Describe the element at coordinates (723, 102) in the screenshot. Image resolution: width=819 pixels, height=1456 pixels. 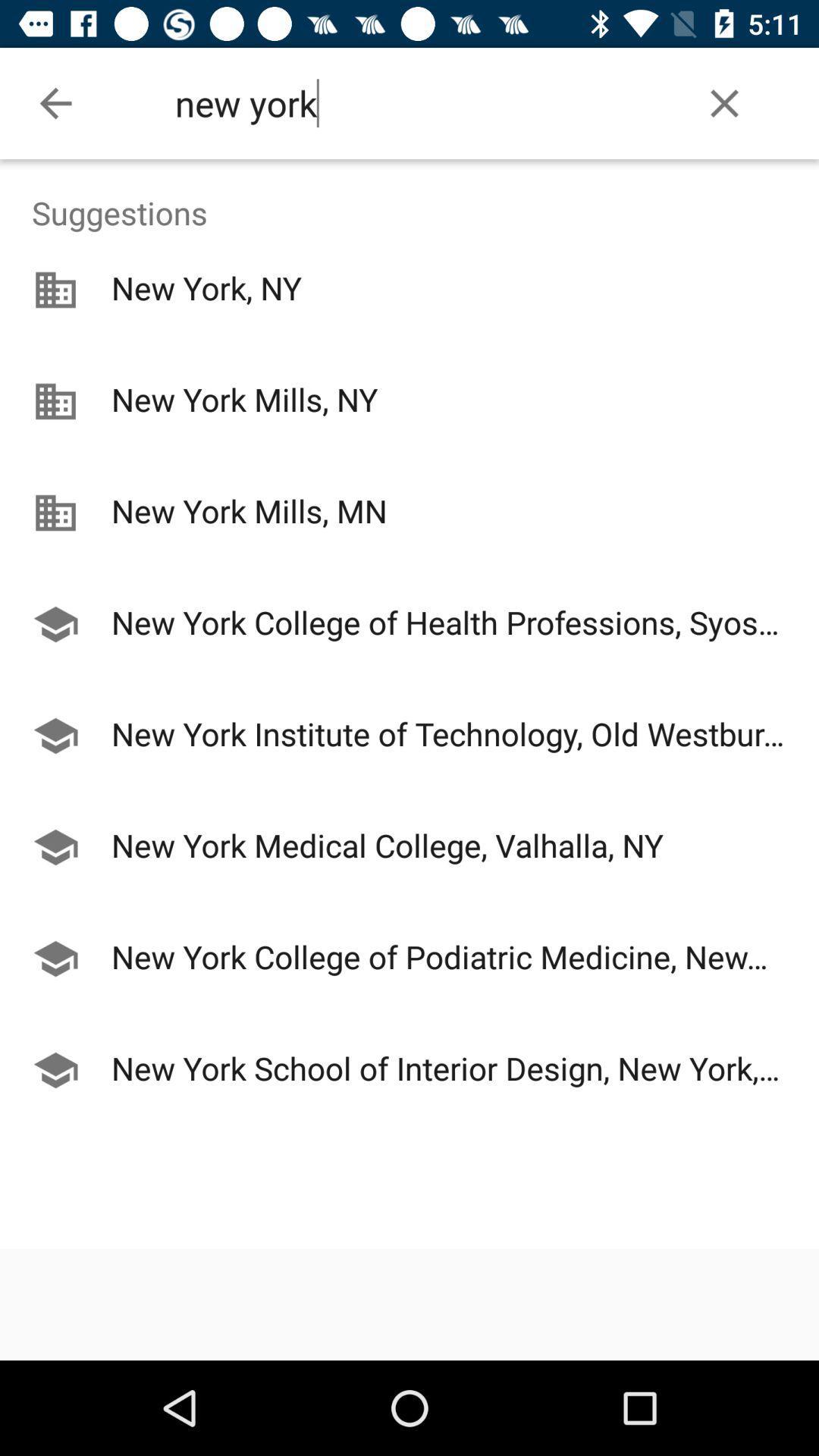
I see `icon next to new york icon` at that location.